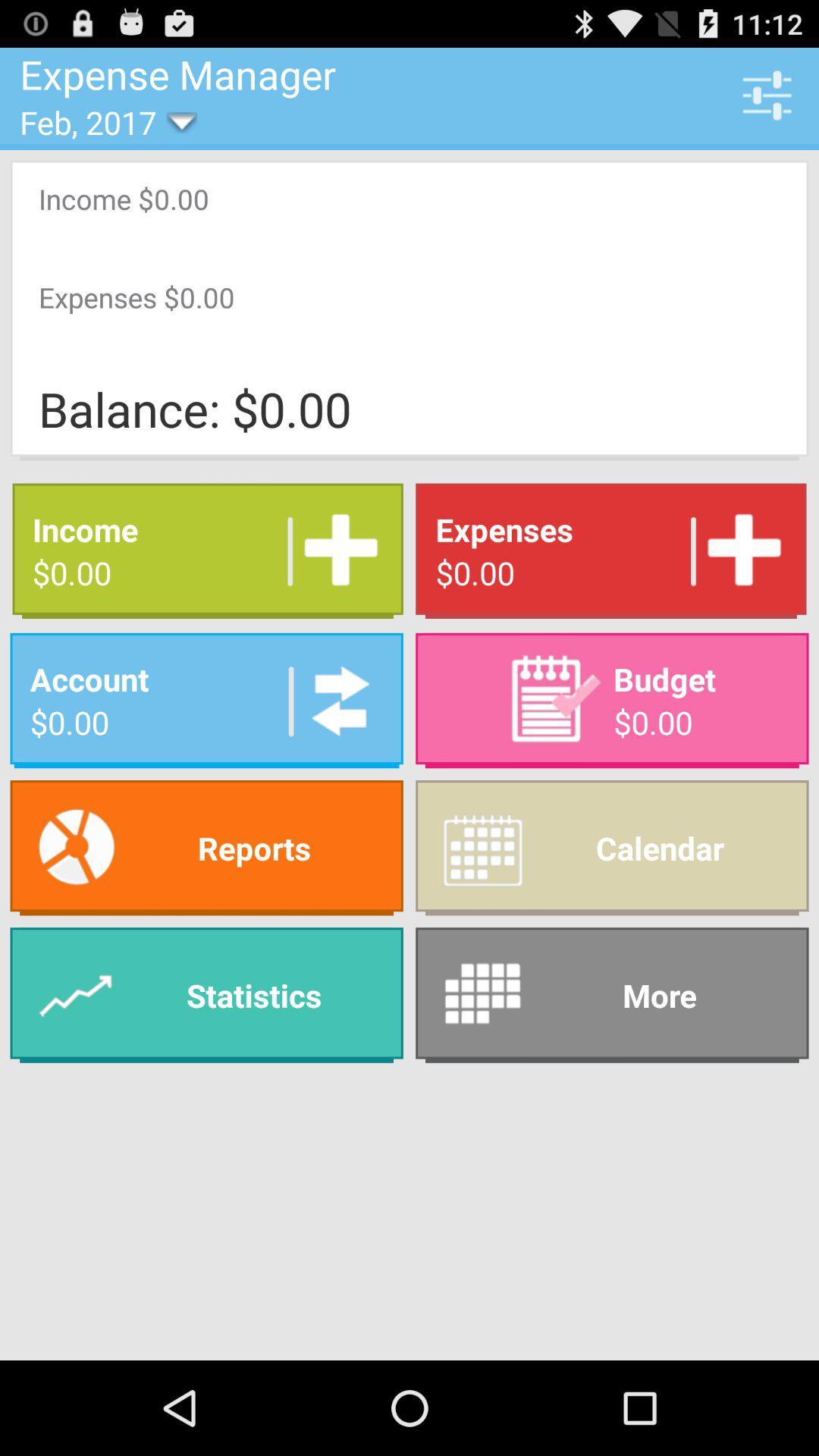 The width and height of the screenshot is (819, 1456). Describe the element at coordinates (611, 995) in the screenshot. I see `app at the bottom right corner` at that location.